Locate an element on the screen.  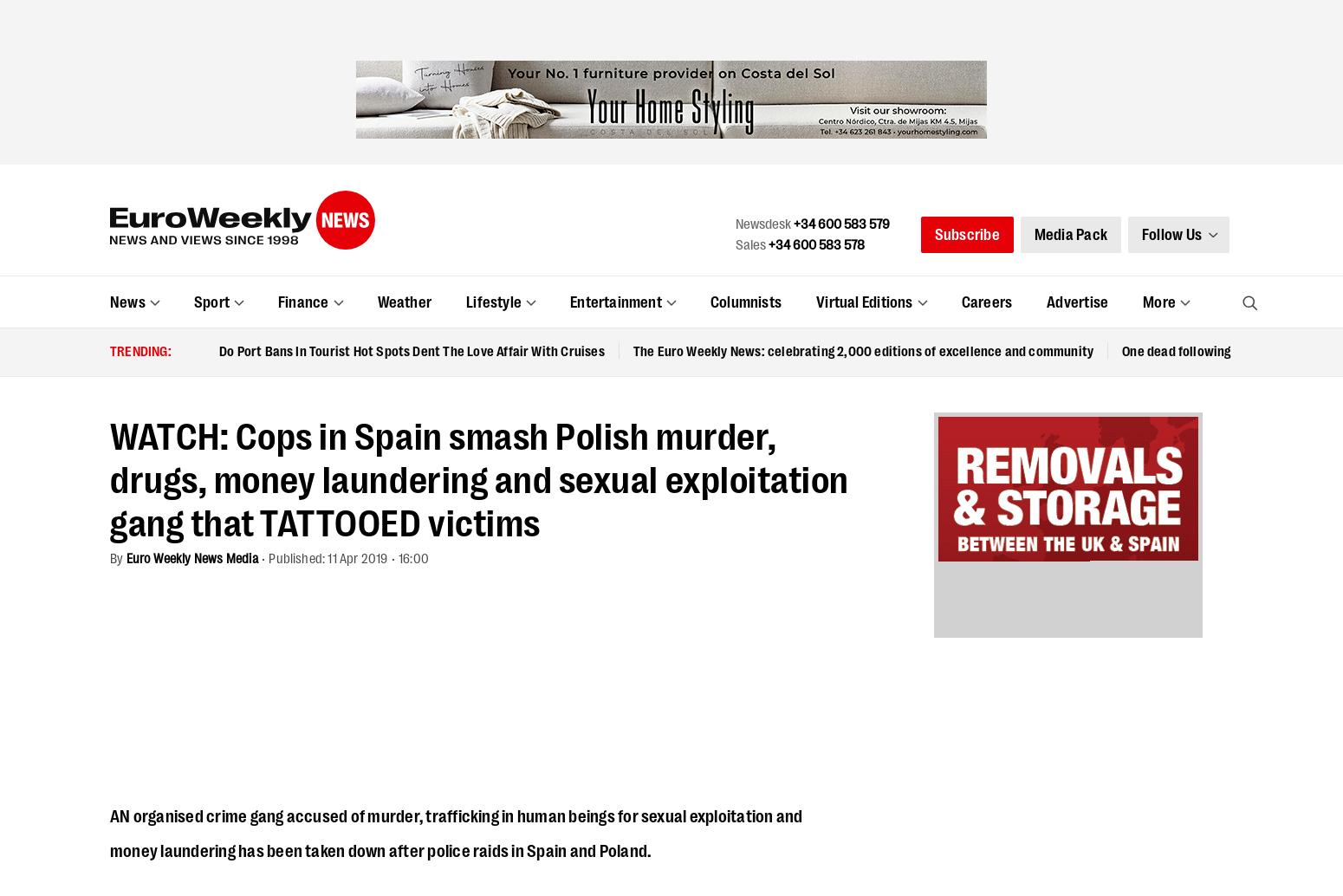
'Continue Reading' is located at coordinates (490, 715).